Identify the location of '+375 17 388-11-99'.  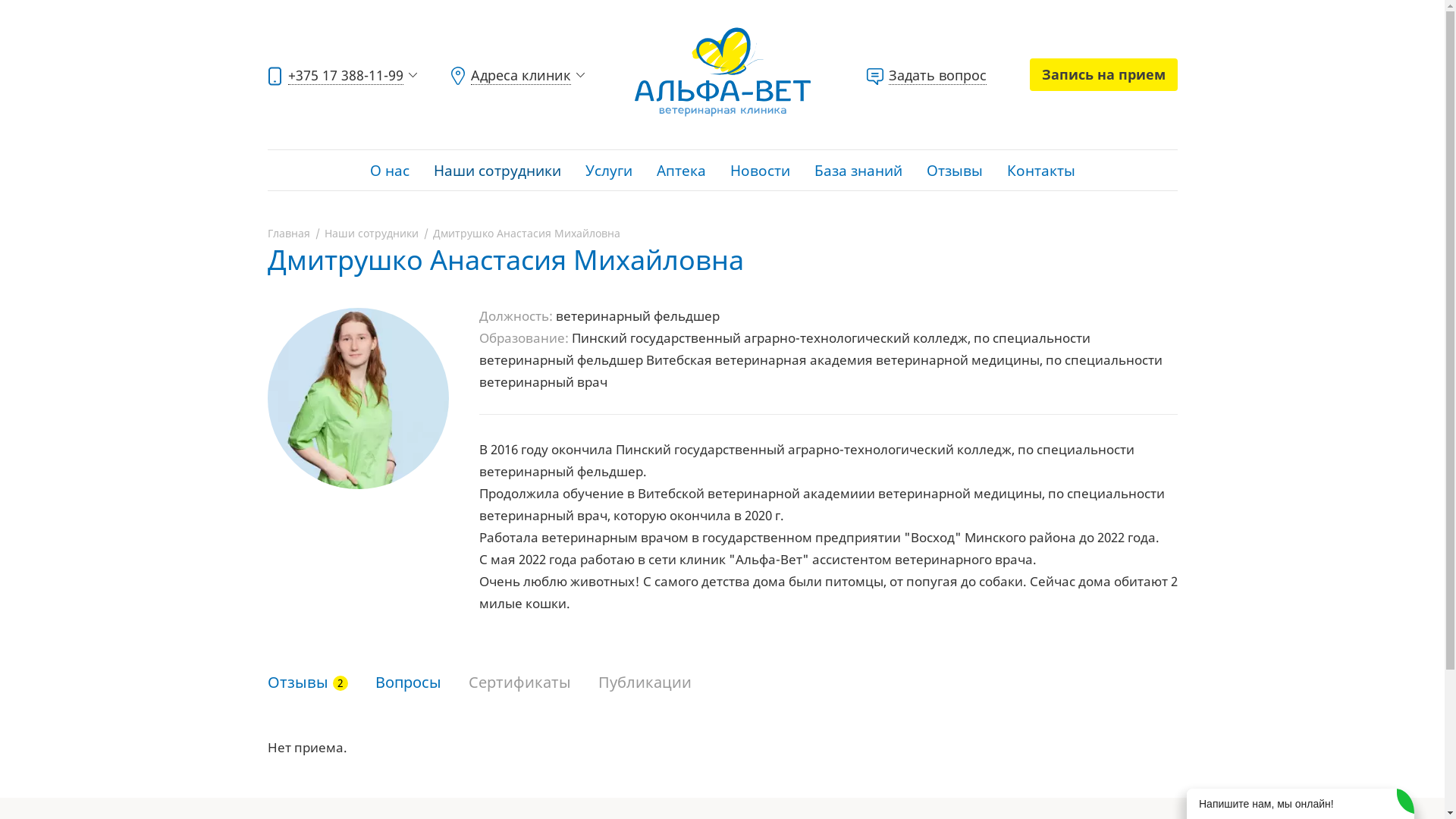
(342, 75).